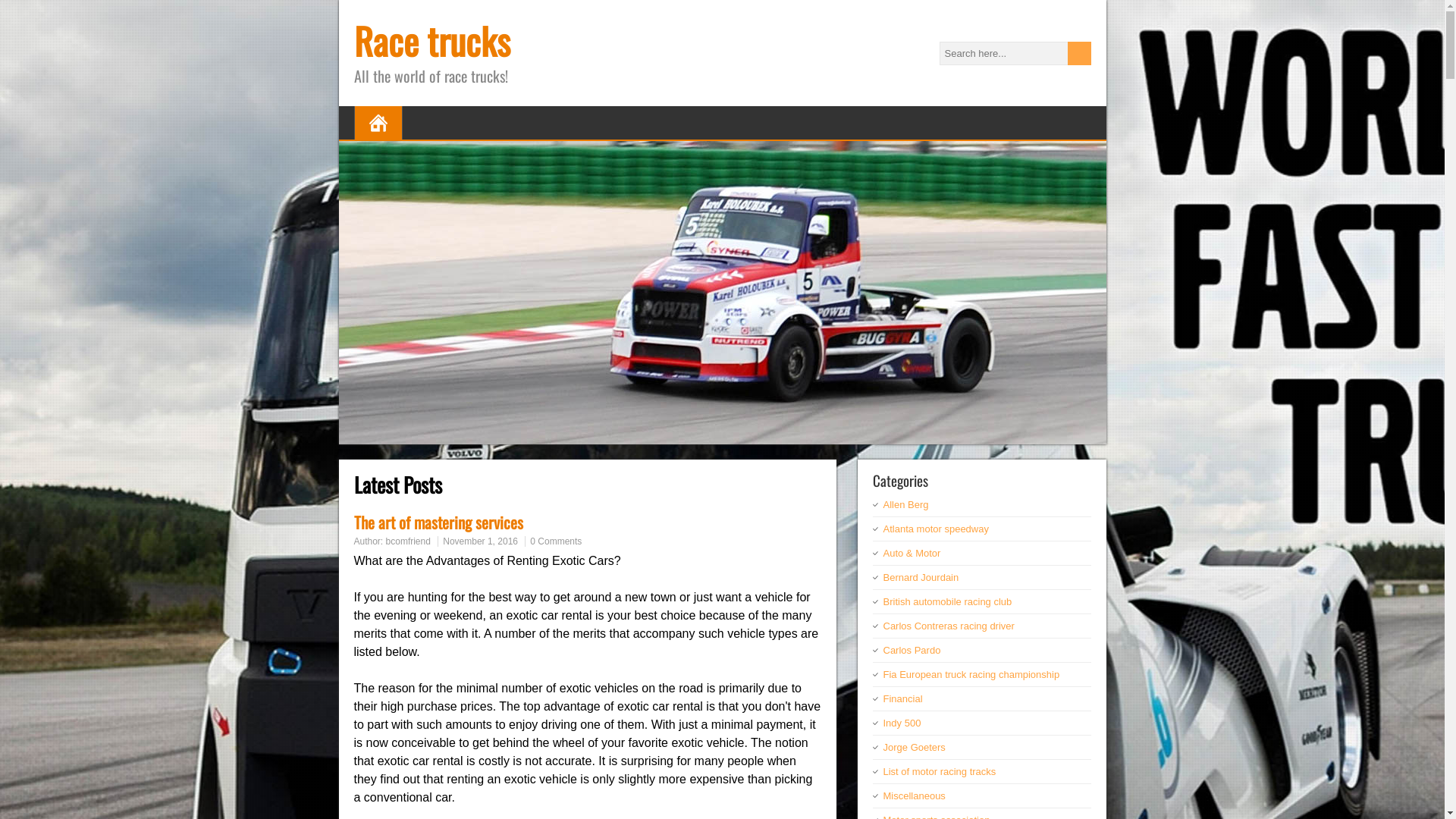  Describe the element at coordinates (555, 540) in the screenshot. I see `'0 Comments'` at that location.